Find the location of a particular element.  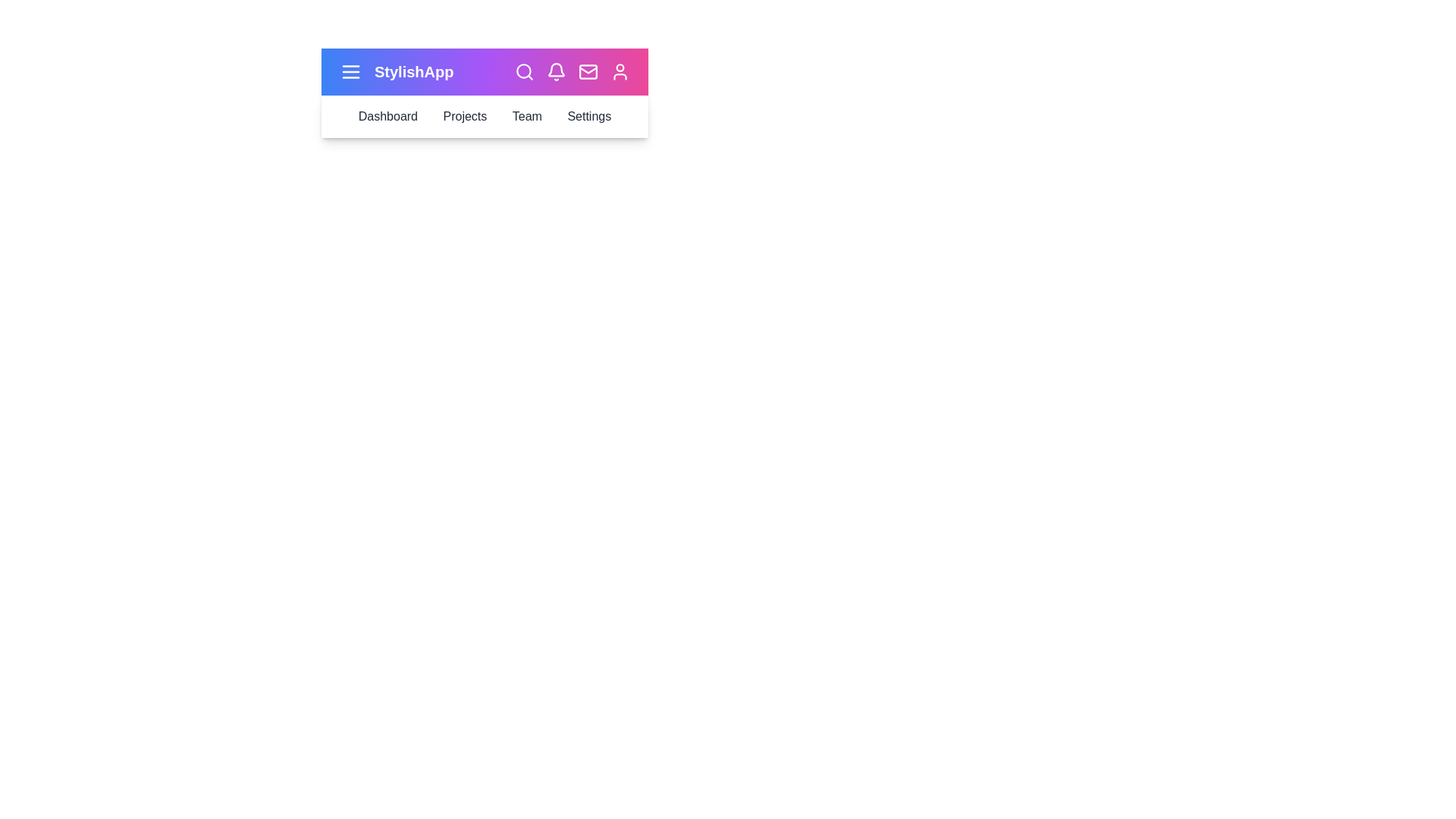

the 'Settings' button in the navigation bar is located at coordinates (588, 116).